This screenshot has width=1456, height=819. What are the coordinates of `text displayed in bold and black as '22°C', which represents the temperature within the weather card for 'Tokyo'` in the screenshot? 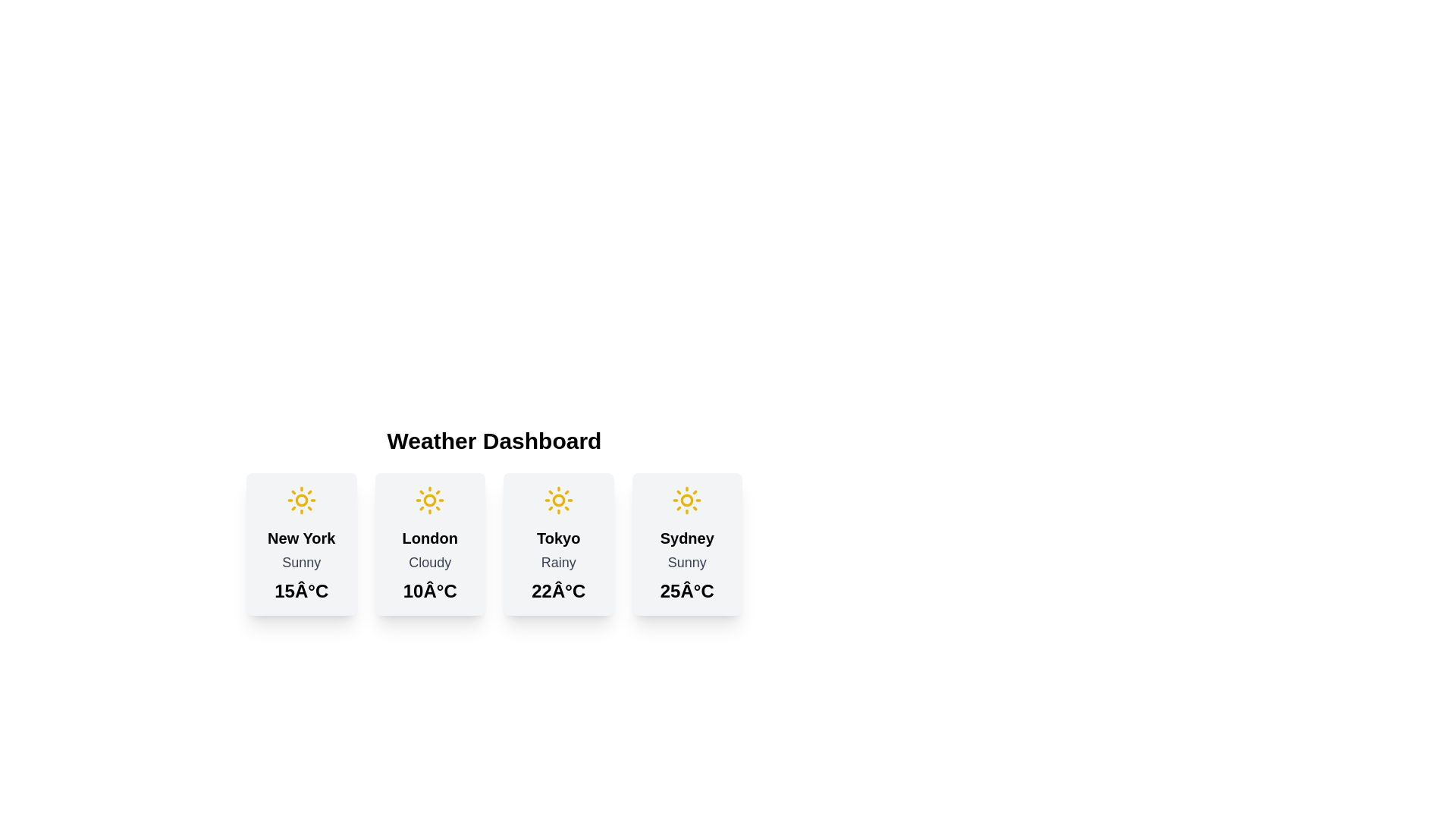 It's located at (557, 590).